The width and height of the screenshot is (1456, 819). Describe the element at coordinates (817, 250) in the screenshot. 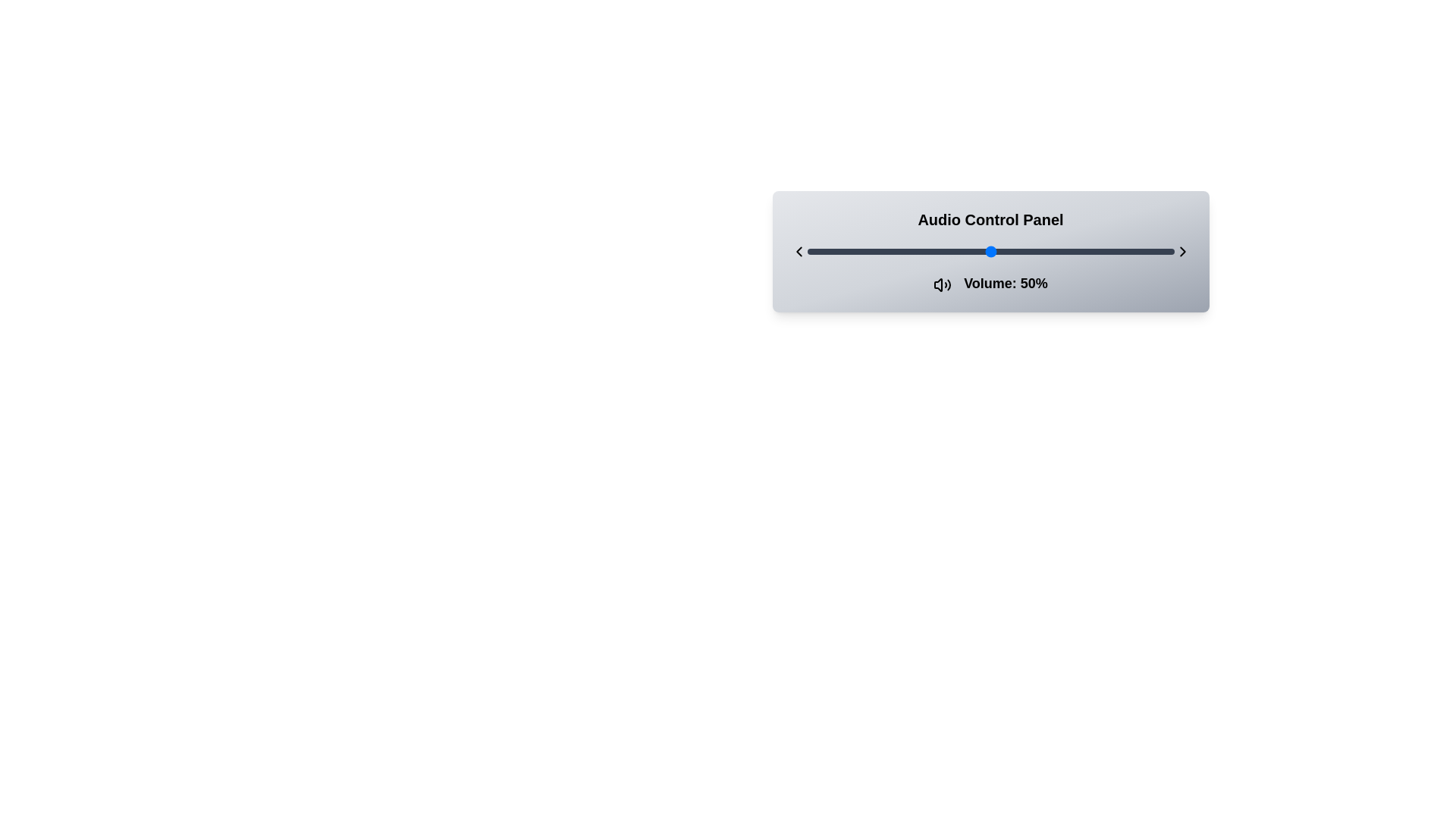

I see `the volume` at that location.